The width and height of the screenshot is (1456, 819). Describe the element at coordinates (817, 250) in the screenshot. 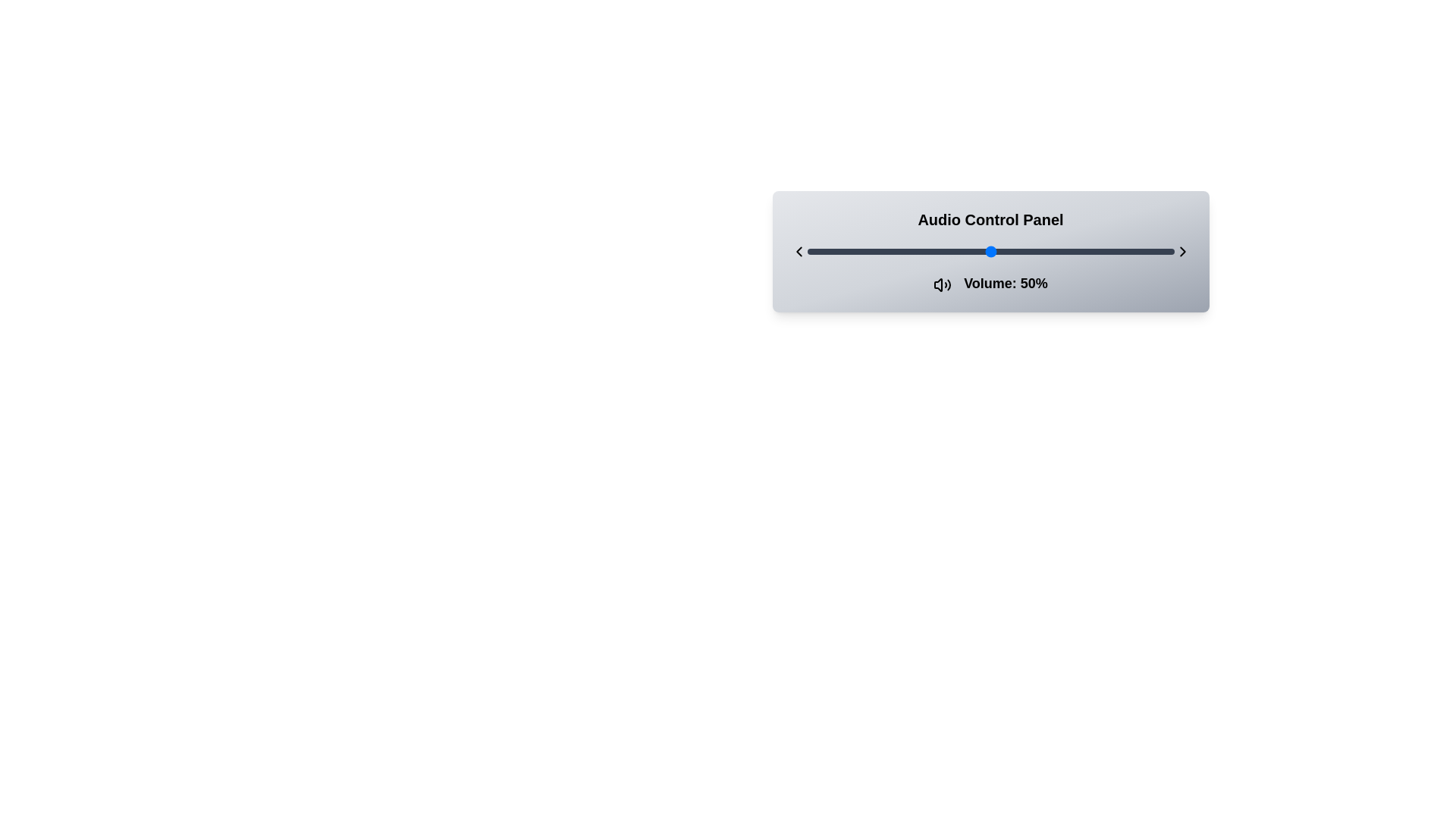

I see `the volume` at that location.